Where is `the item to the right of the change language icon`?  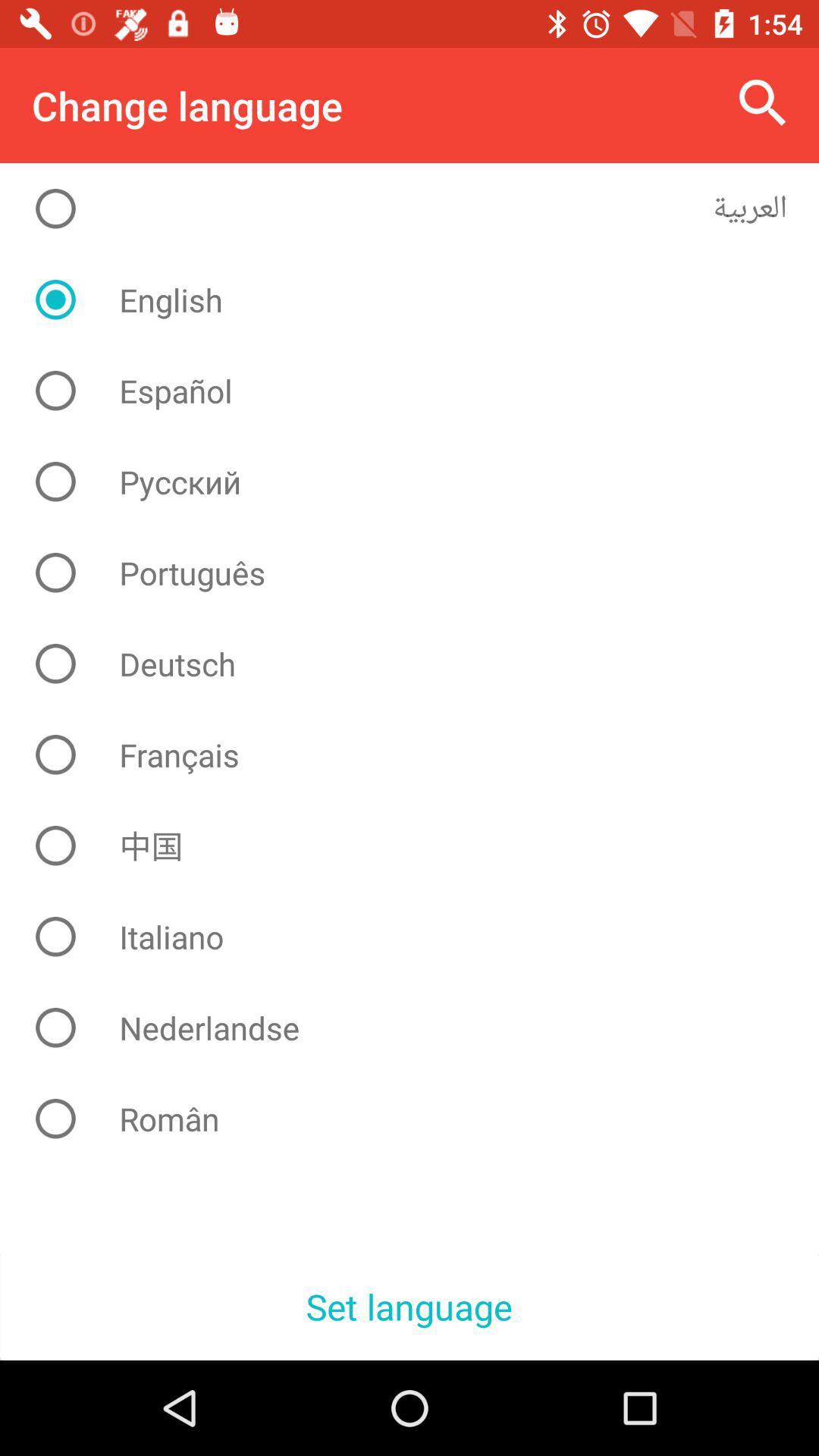
the item to the right of the change language icon is located at coordinates (763, 102).